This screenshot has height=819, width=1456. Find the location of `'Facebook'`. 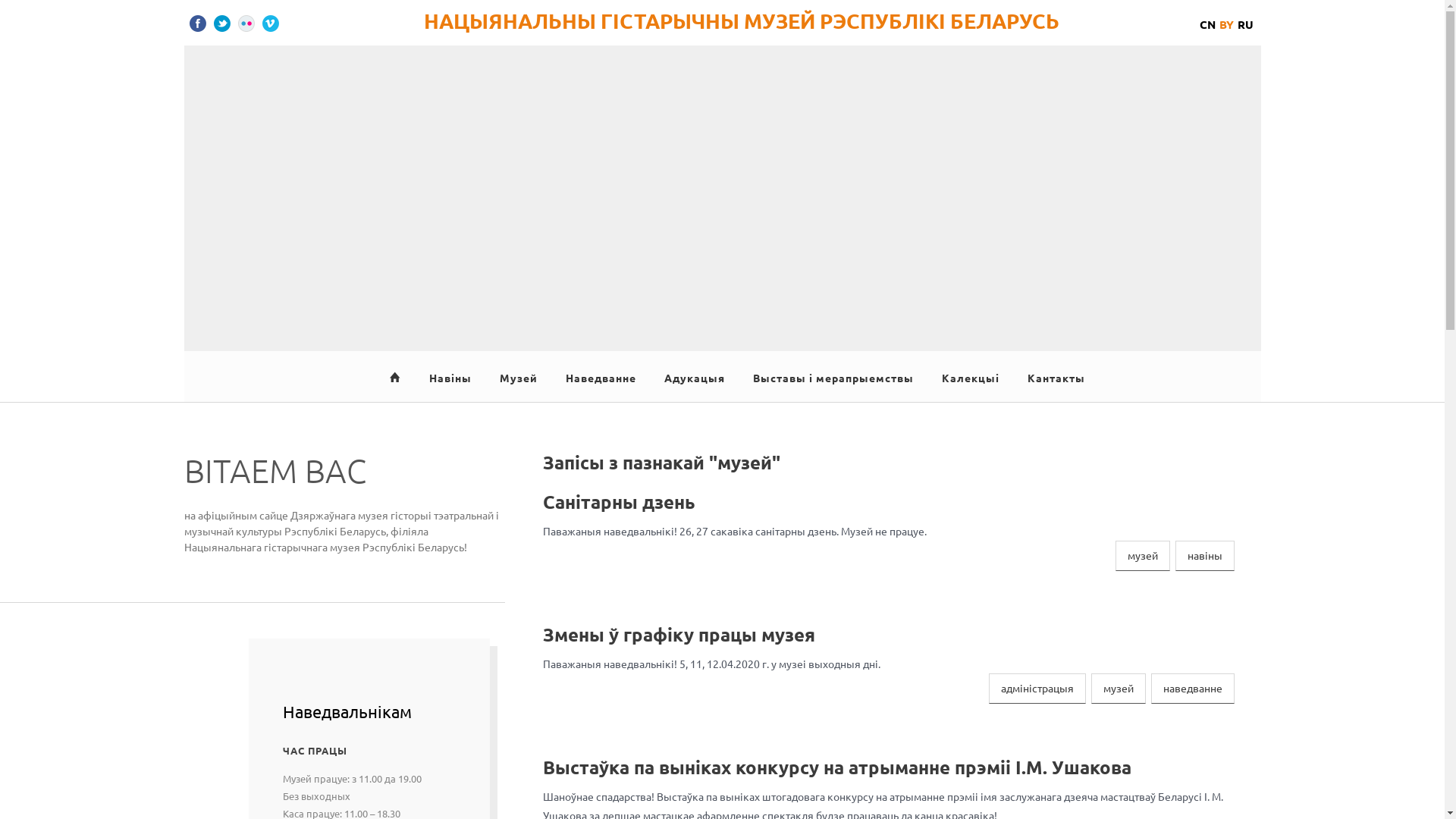

'Facebook' is located at coordinates (188, 23).